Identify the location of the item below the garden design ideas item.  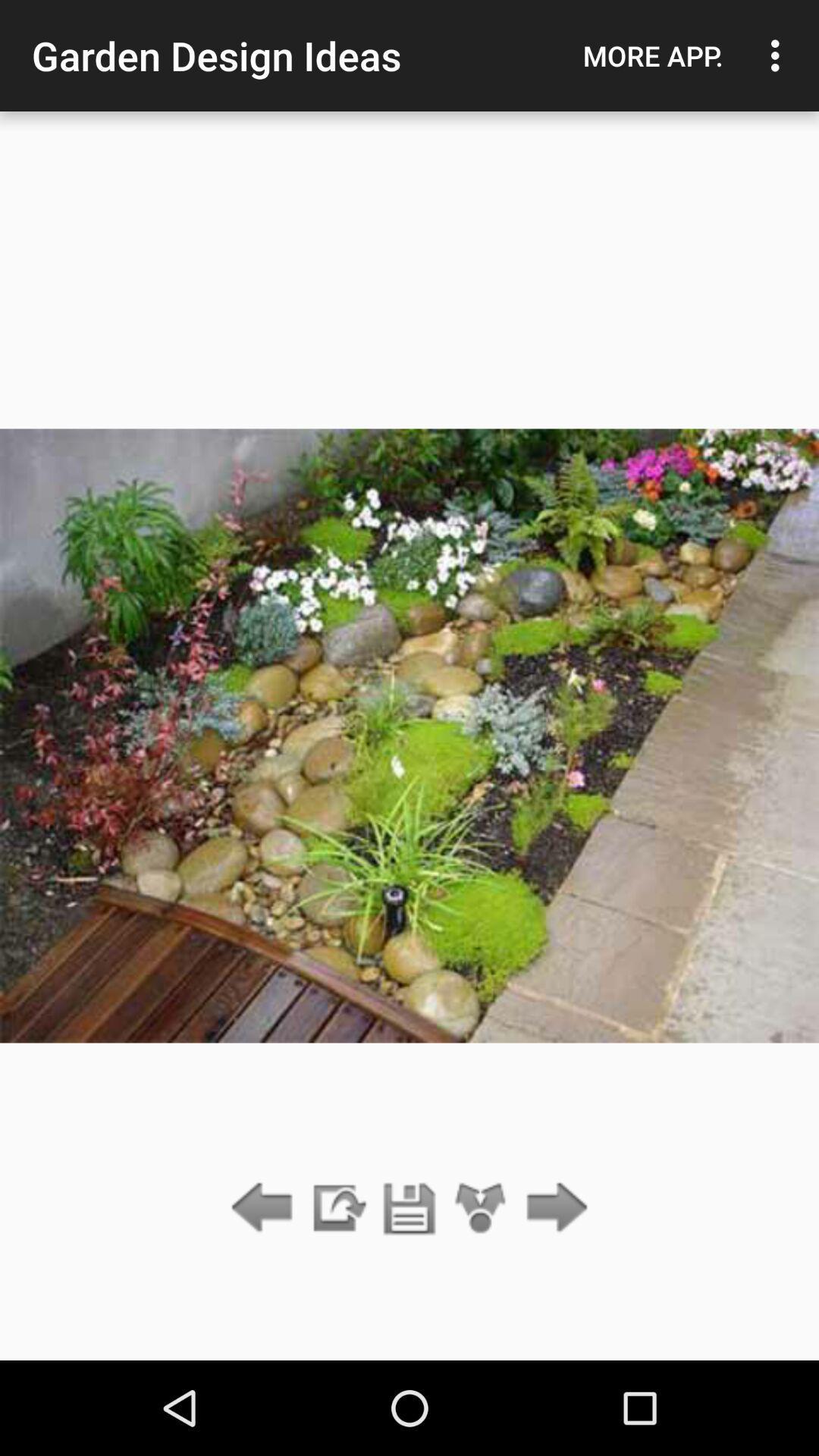
(337, 1208).